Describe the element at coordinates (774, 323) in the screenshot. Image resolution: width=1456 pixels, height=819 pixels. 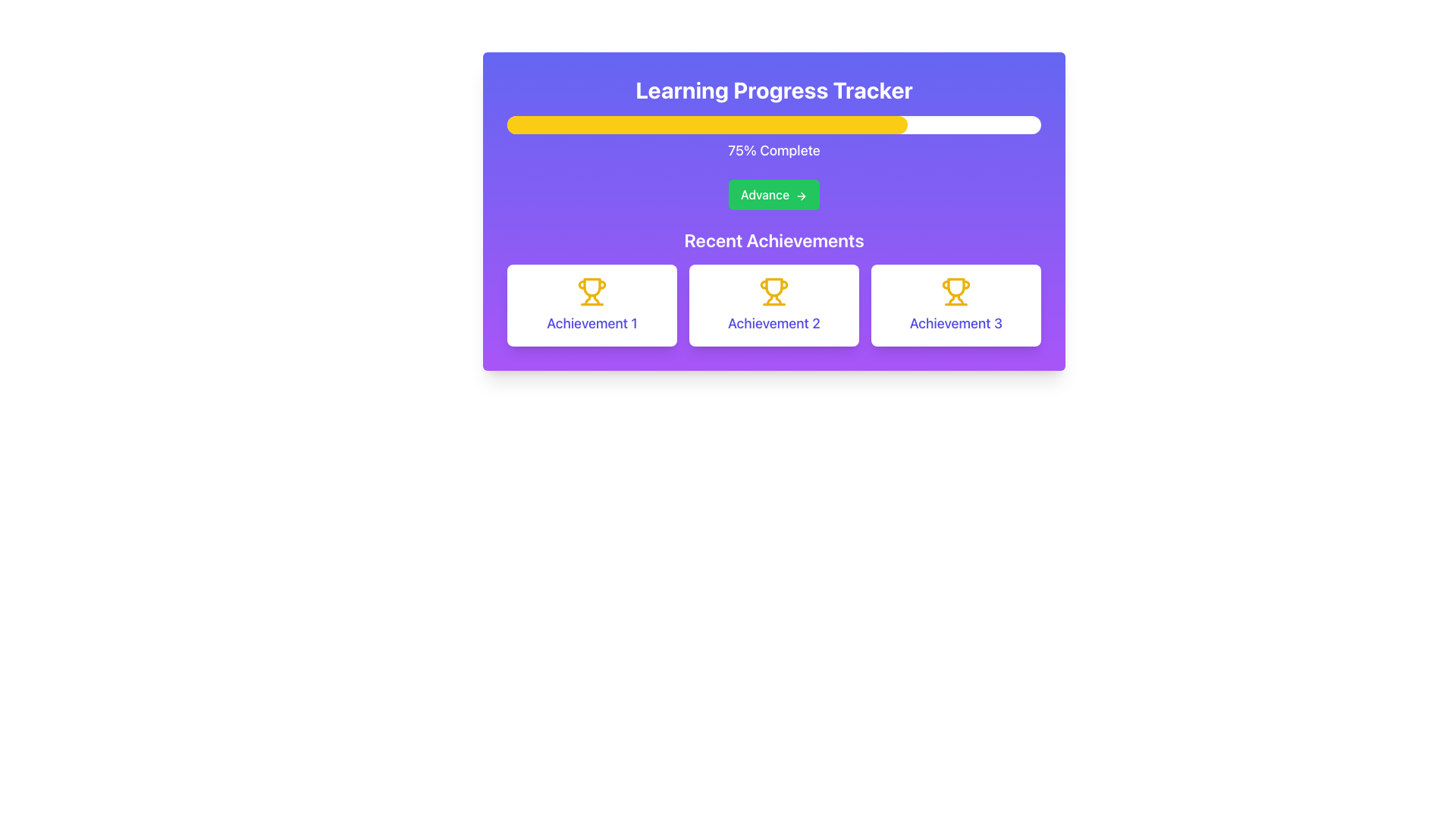
I see `the text label for 'Achievement 2' which is centered in the middle card of the 'Recent Achievements' section` at that location.